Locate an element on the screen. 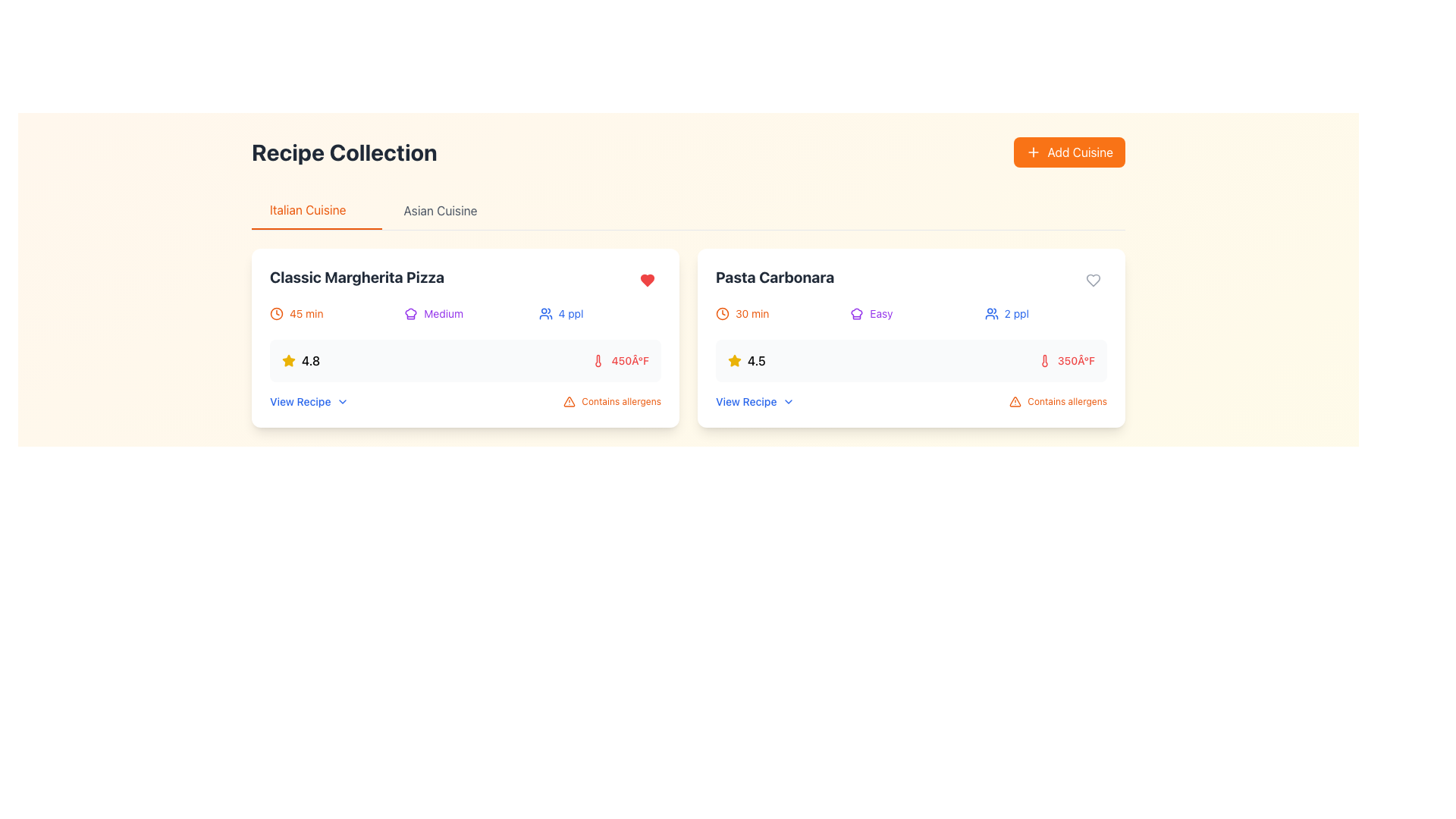 This screenshot has height=819, width=1456. the text label with an icon indicating potential allergens for the 'Pasta Carbonara' recipe, located in the bottom right corner of the card is located at coordinates (1057, 400).